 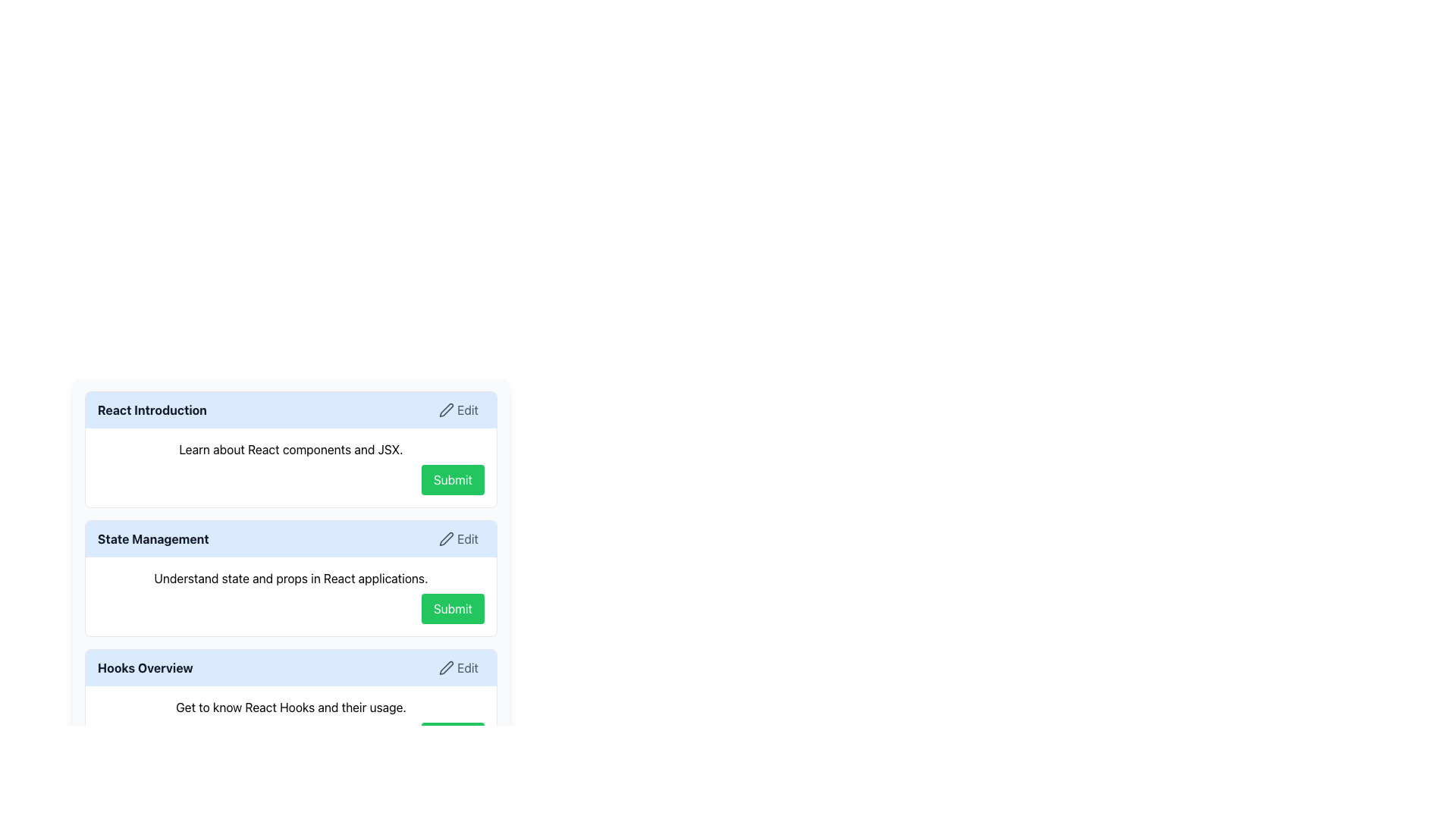 What do you see at coordinates (145, 667) in the screenshot?
I see `the 'Hooks Overview' text label located in the header area of the 'Hooks Overview Edit' box, which is displayed in bold black font against a light blue background` at bounding box center [145, 667].